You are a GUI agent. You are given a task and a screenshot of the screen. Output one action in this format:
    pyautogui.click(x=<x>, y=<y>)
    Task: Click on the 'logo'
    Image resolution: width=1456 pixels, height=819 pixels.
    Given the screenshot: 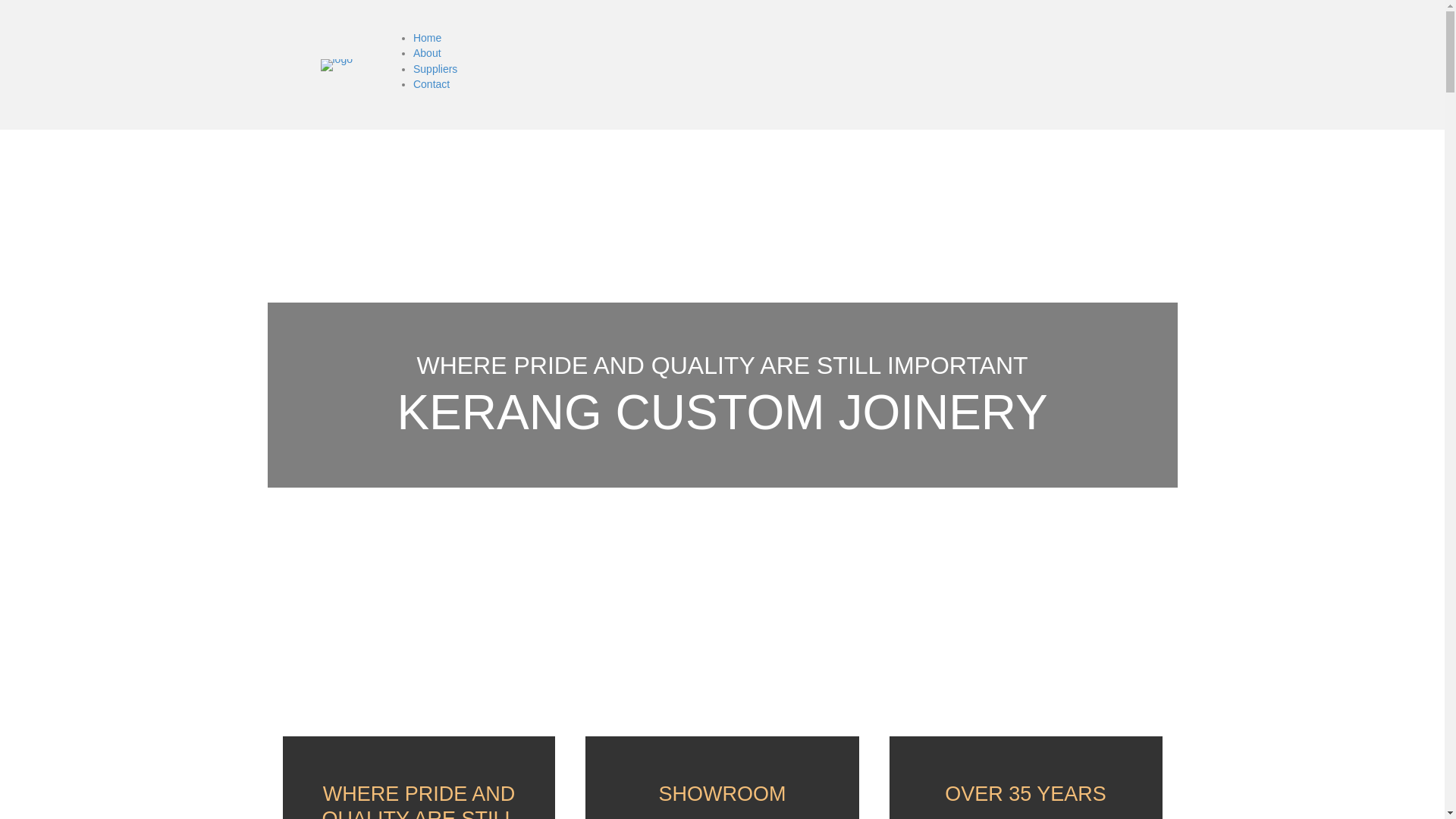 What is the action you would take?
    pyautogui.click(x=334, y=64)
    